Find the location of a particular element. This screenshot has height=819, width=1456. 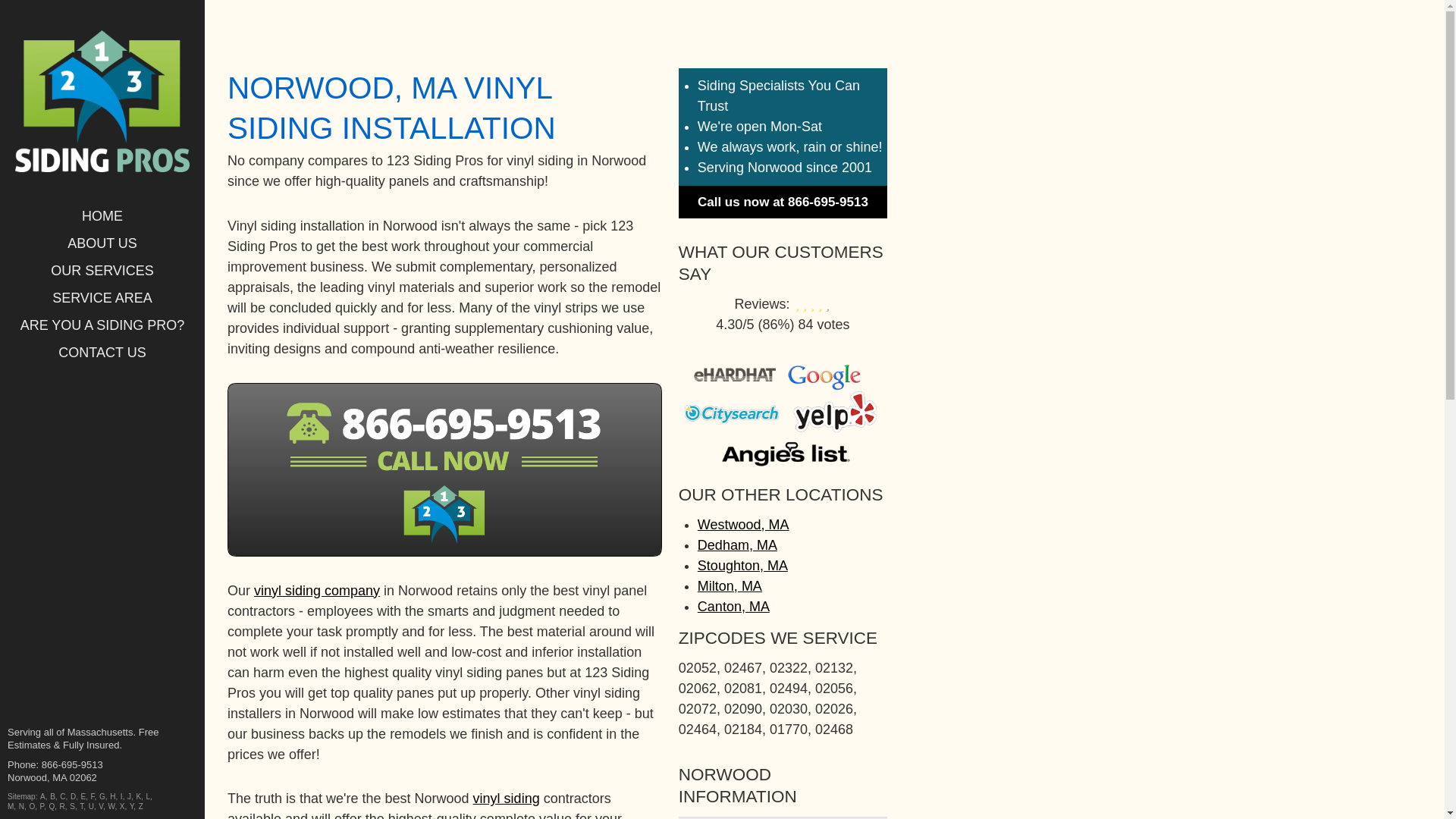

'N' is located at coordinates (21, 805).